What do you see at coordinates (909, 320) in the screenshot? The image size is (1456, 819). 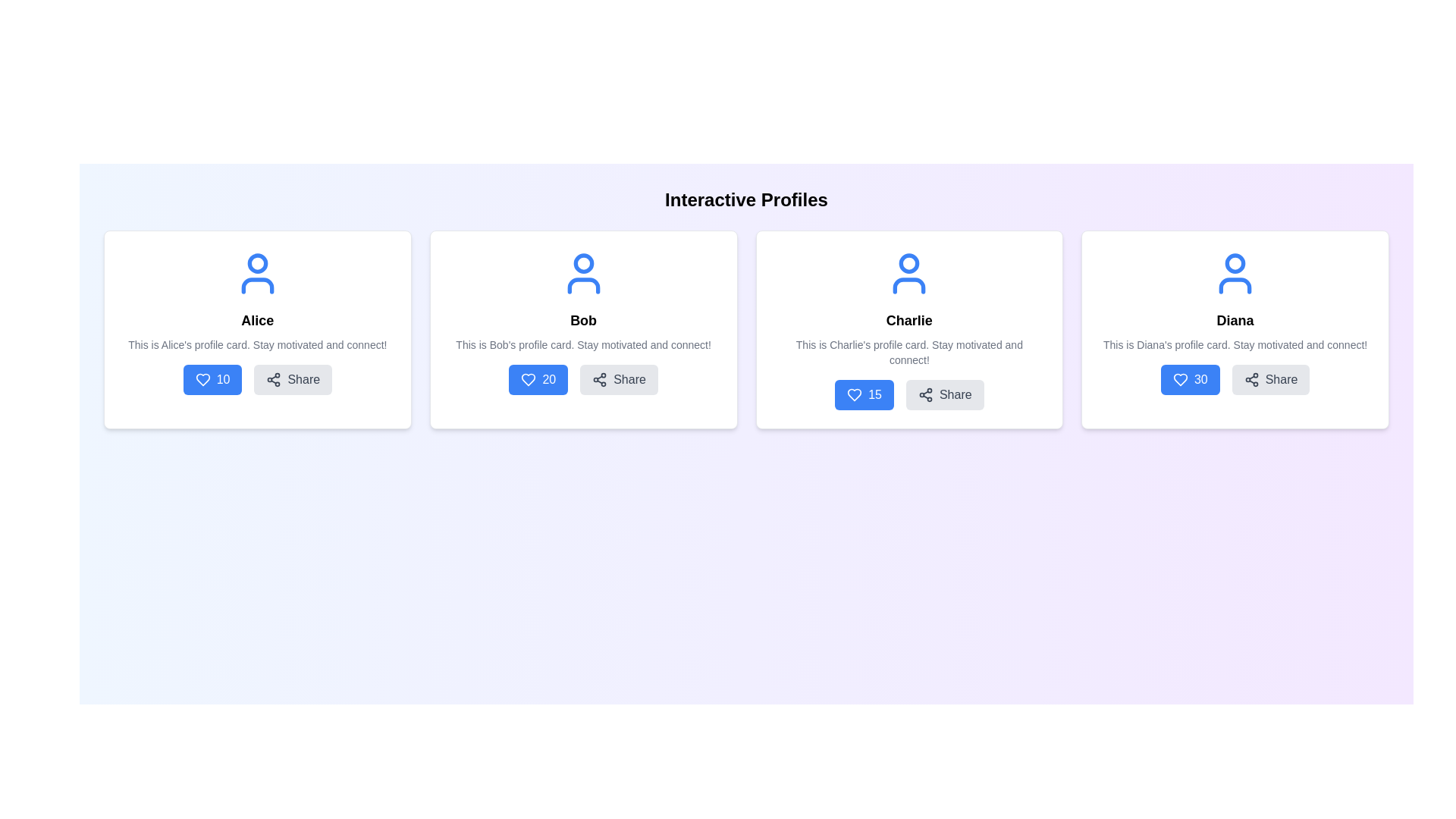 I see `assistive technologies` at bounding box center [909, 320].